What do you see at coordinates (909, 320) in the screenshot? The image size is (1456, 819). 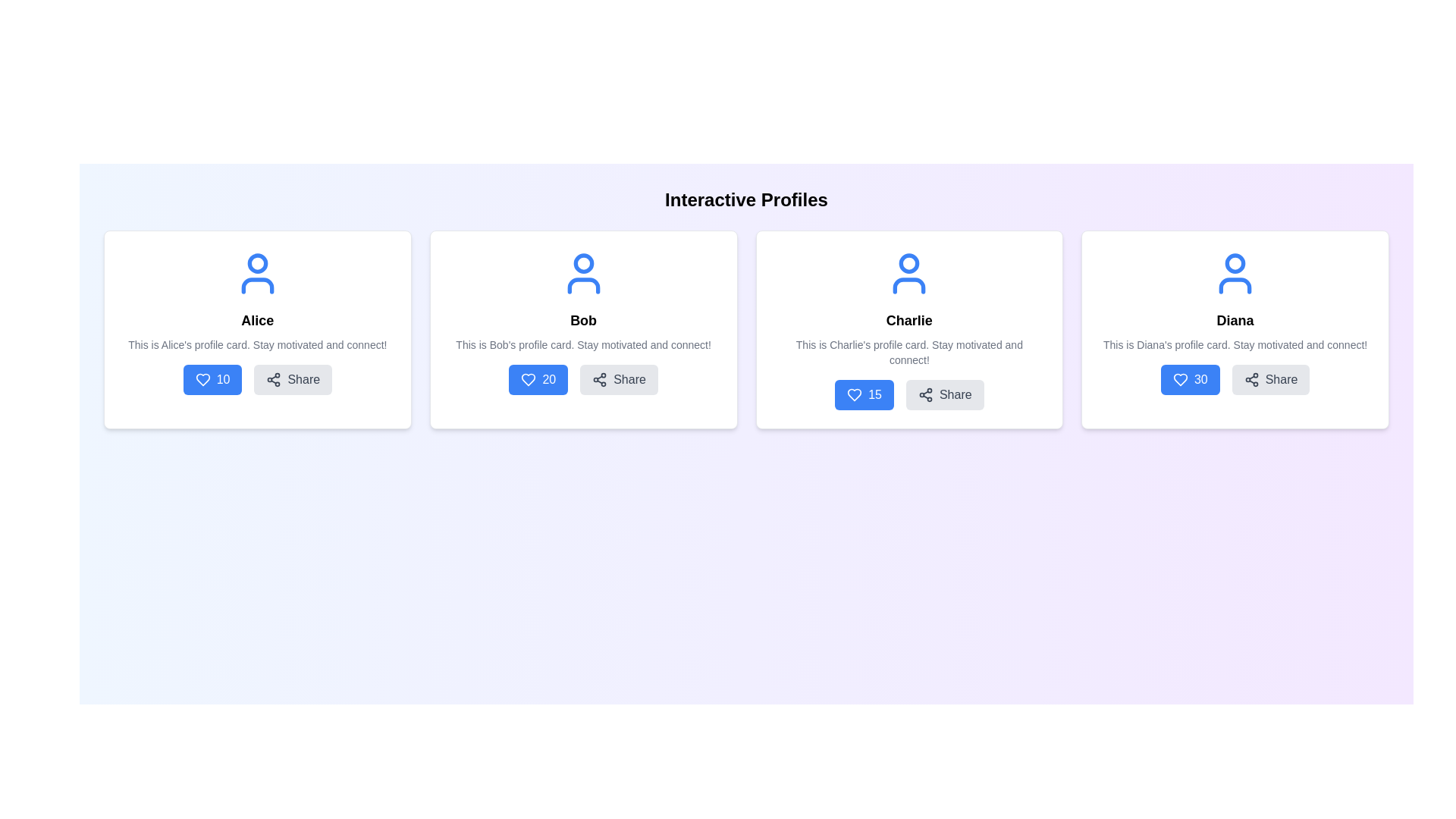 I see `assistive technologies` at bounding box center [909, 320].